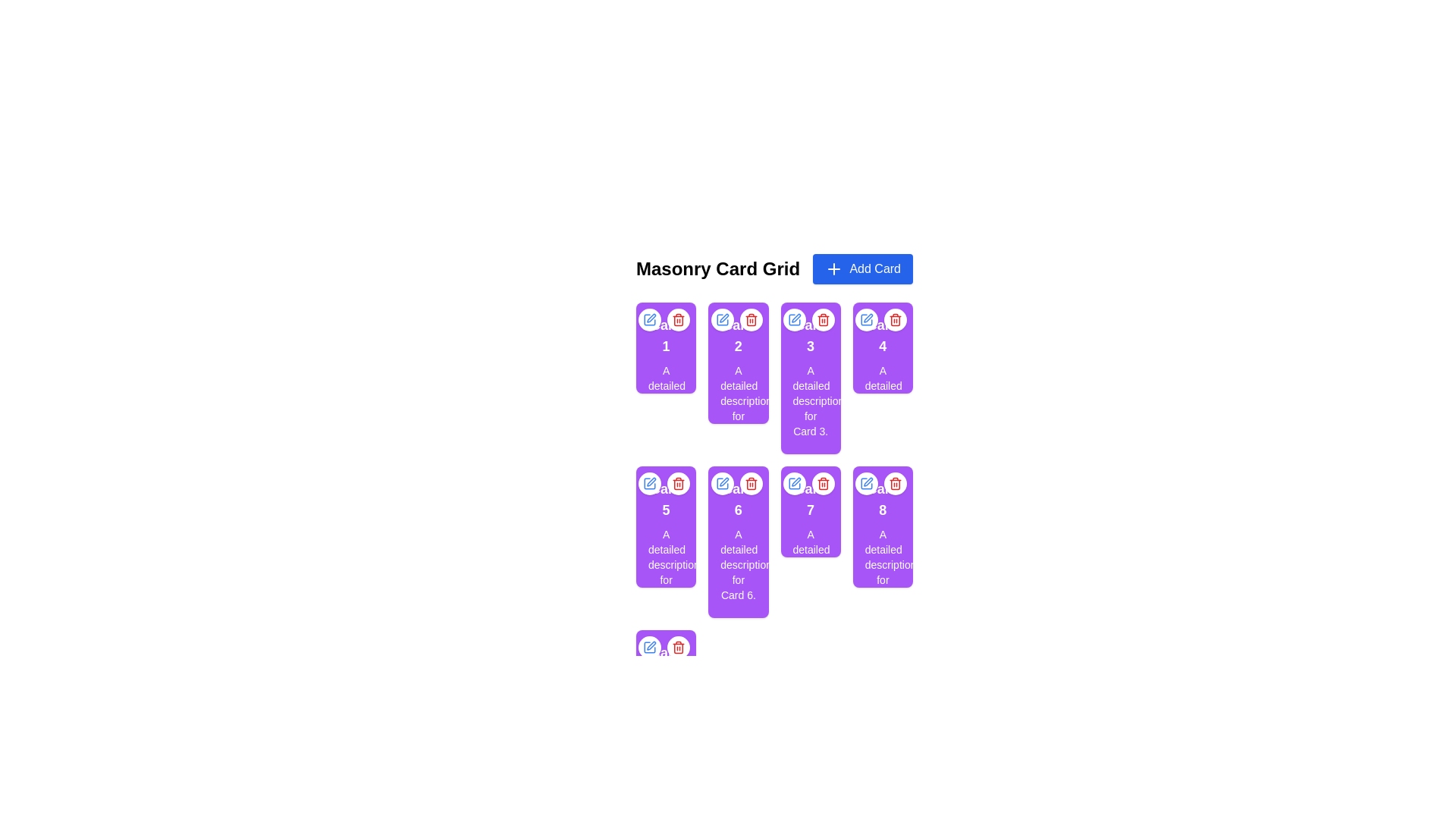 The width and height of the screenshot is (1456, 819). What do you see at coordinates (666, 500) in the screenshot?
I see `displayed text from the label that serves as the title for the fifth card in the masonry grid layout, located near the center of the card` at bounding box center [666, 500].